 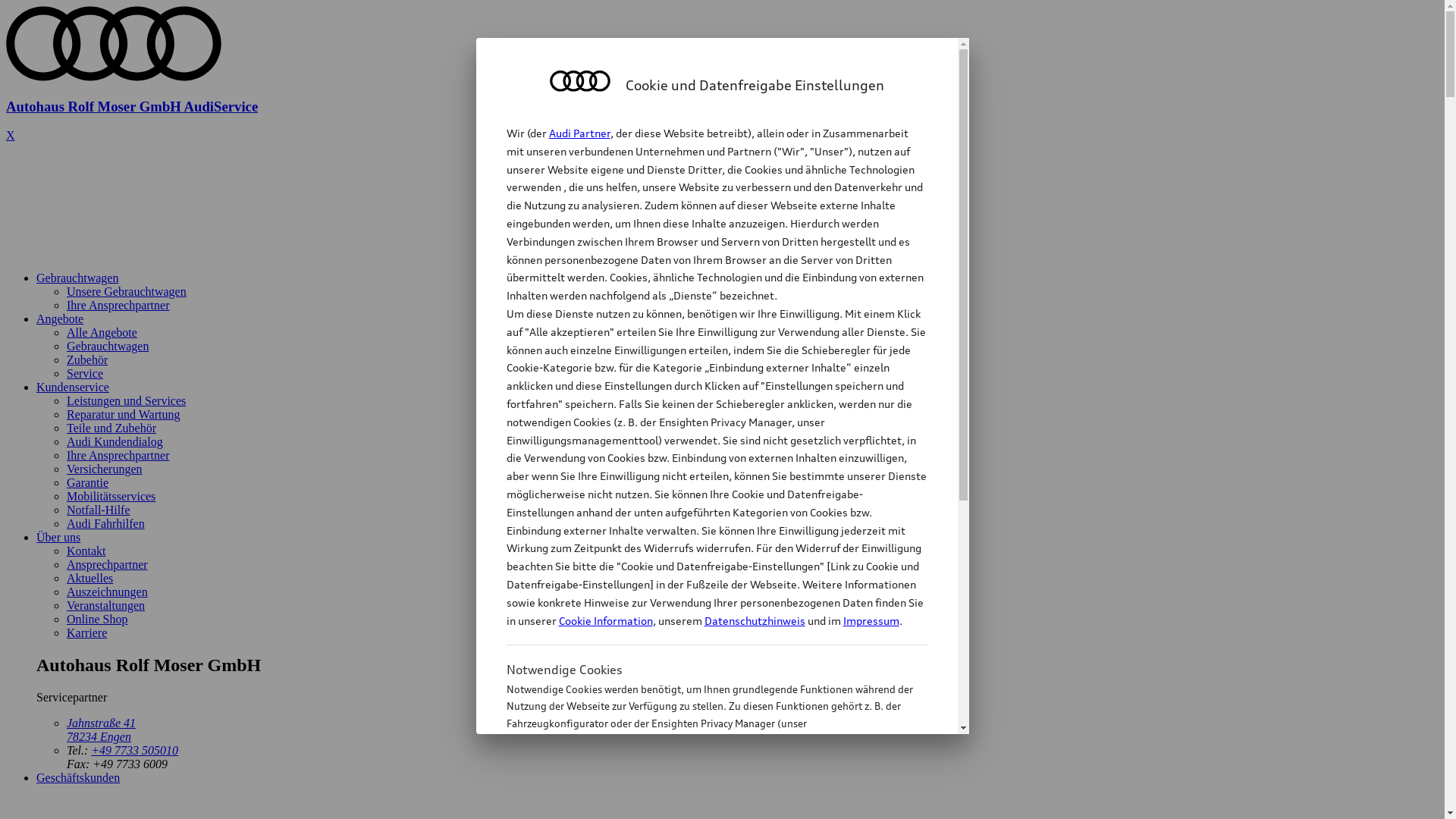 I want to click on 'Ihre Ansprechpartner', so click(x=118, y=454).